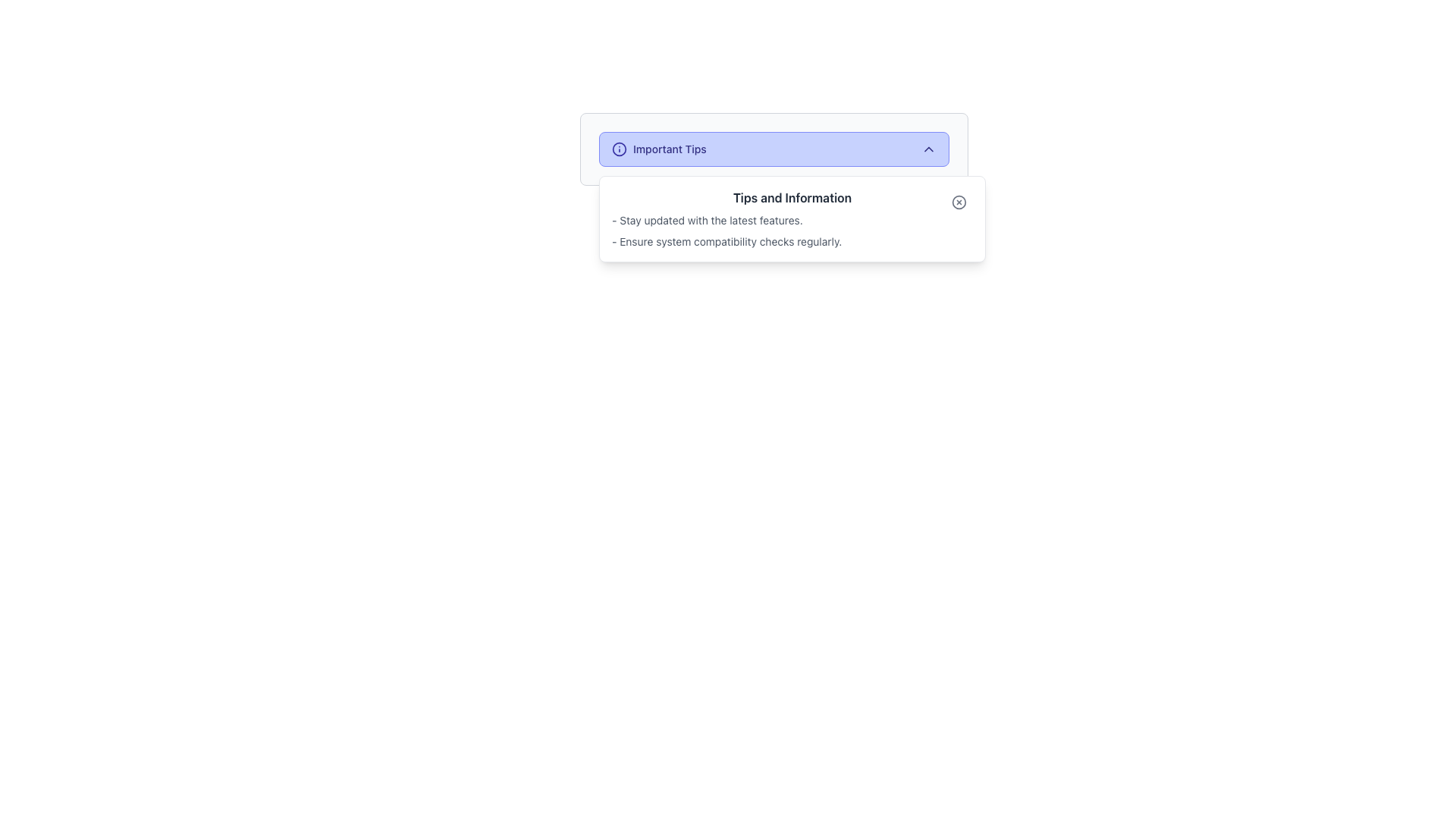  I want to click on the informational icon that precedes the text labeled 'Important Tips' on a light purple background, so click(619, 149).